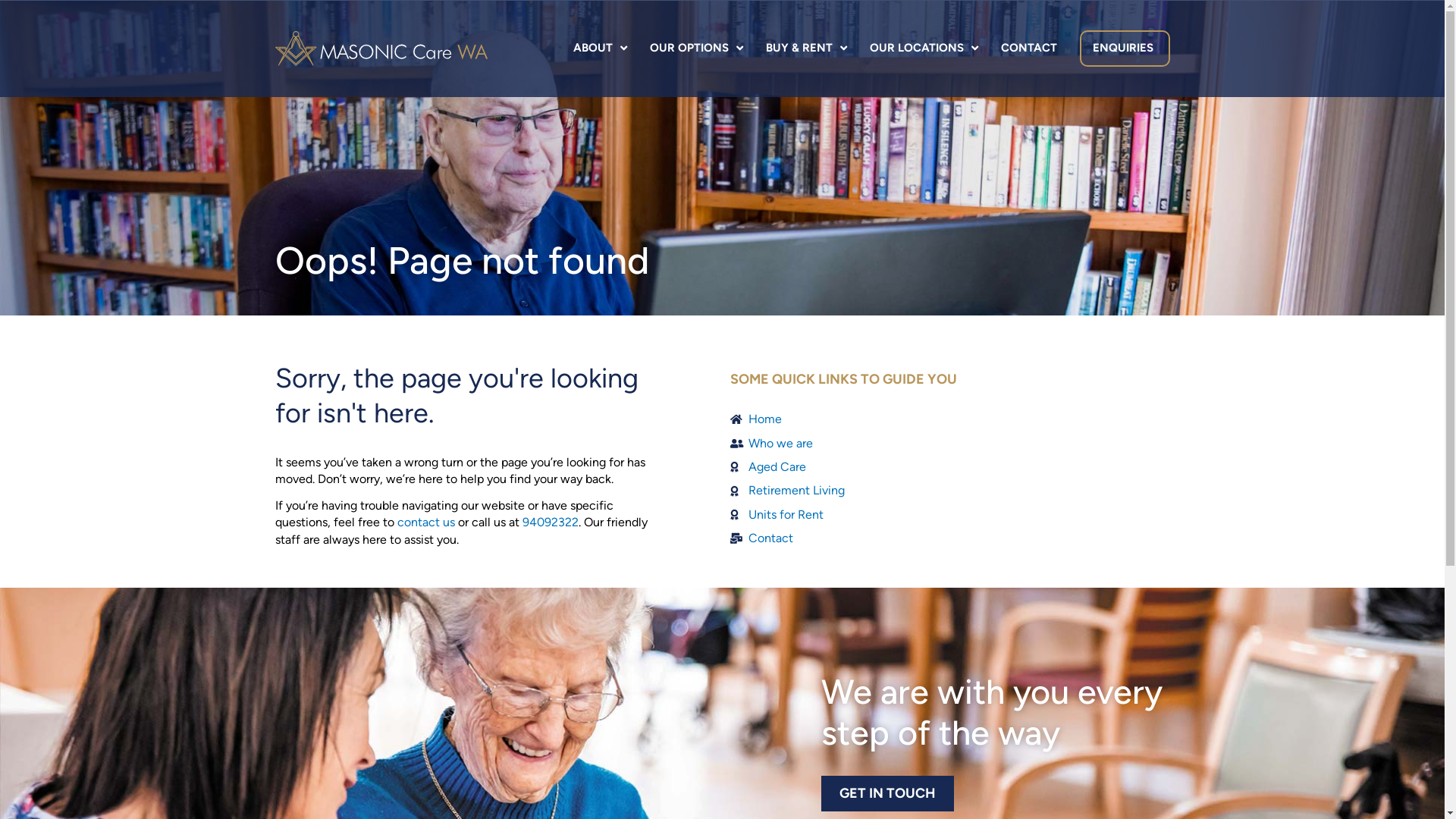 The height and width of the screenshot is (819, 1456). I want to click on 'Contact', so click(949, 537).